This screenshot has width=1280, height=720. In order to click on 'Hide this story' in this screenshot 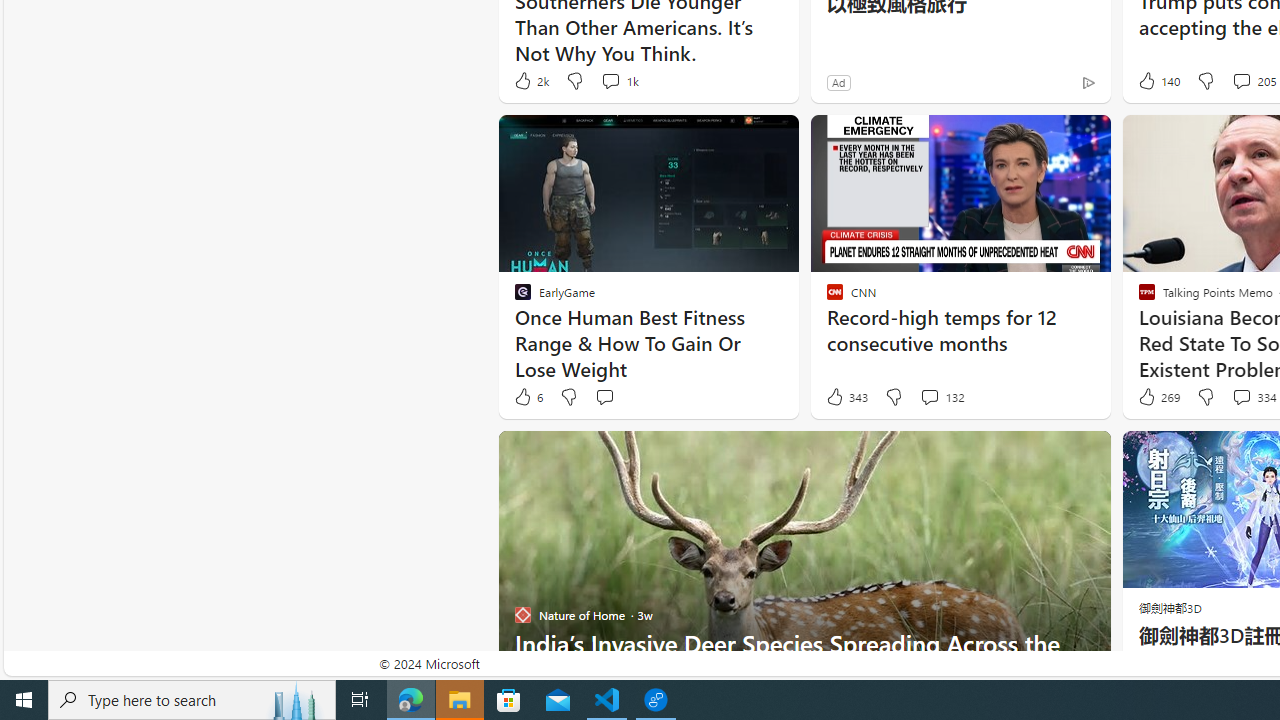, I will do `click(1049, 455)`.